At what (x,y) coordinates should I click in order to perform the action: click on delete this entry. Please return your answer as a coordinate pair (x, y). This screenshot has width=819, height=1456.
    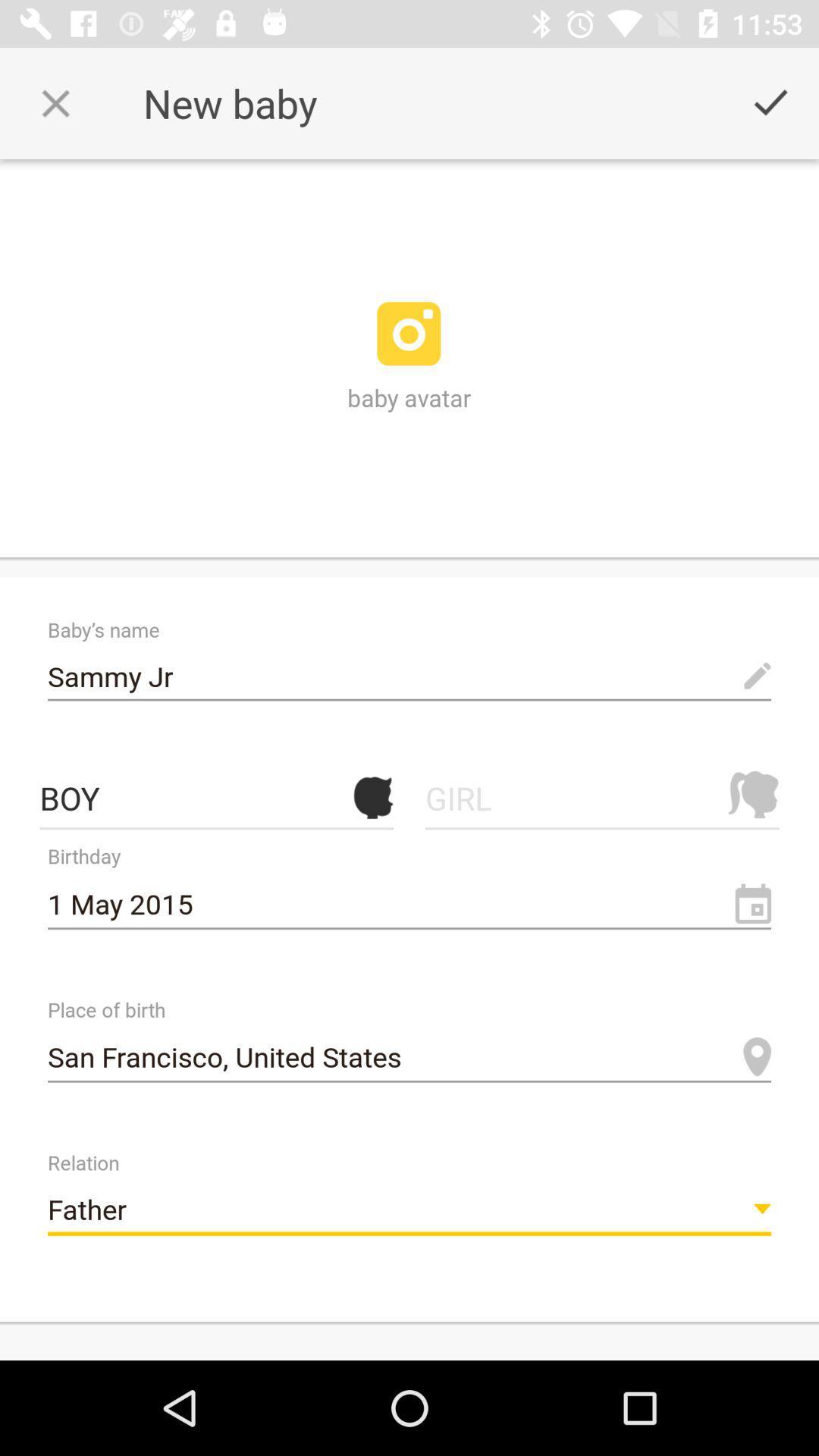
    Looking at the image, I should click on (55, 102).